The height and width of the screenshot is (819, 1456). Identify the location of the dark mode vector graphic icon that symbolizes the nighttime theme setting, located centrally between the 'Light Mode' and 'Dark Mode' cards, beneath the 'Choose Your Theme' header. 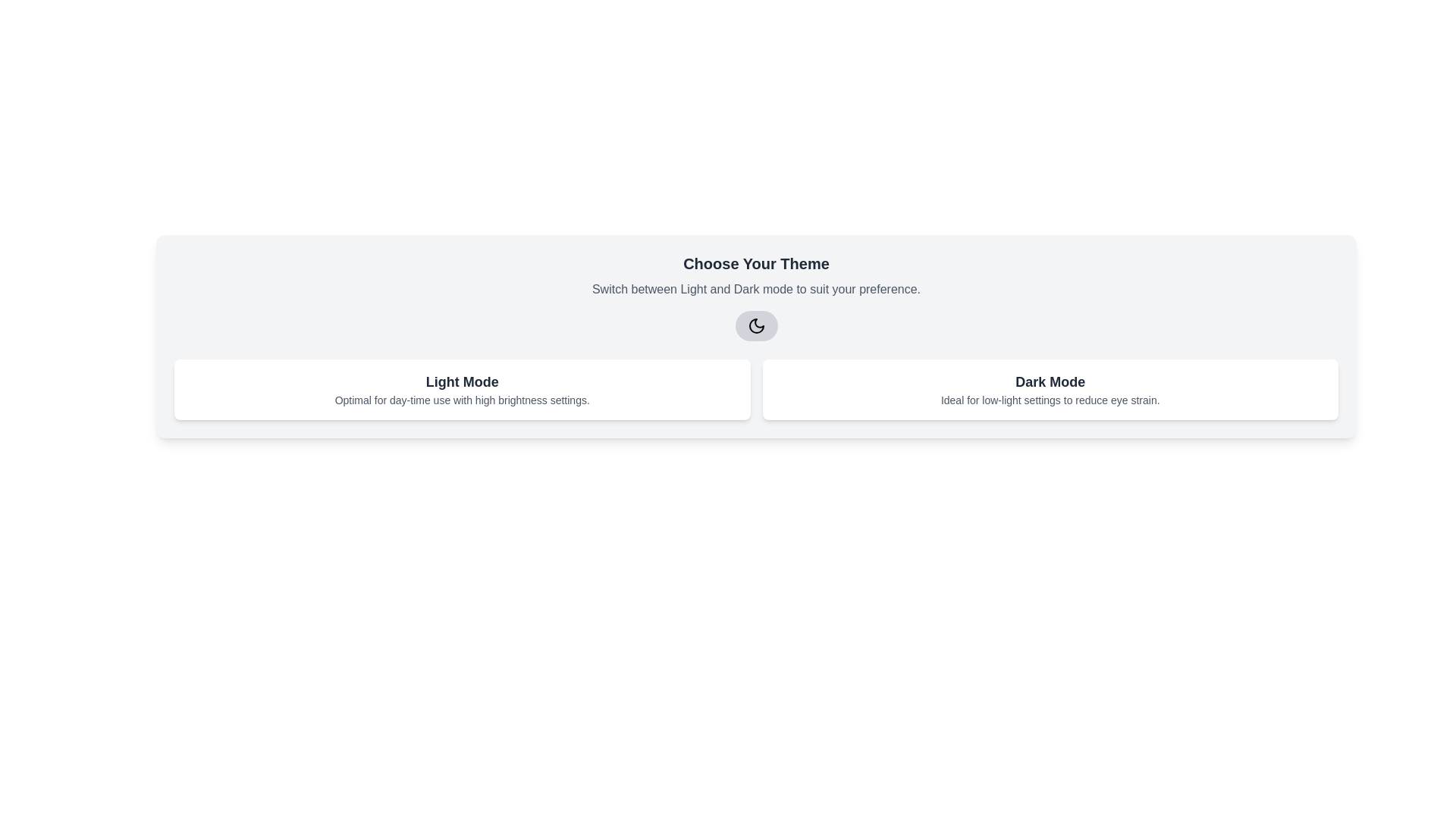
(756, 325).